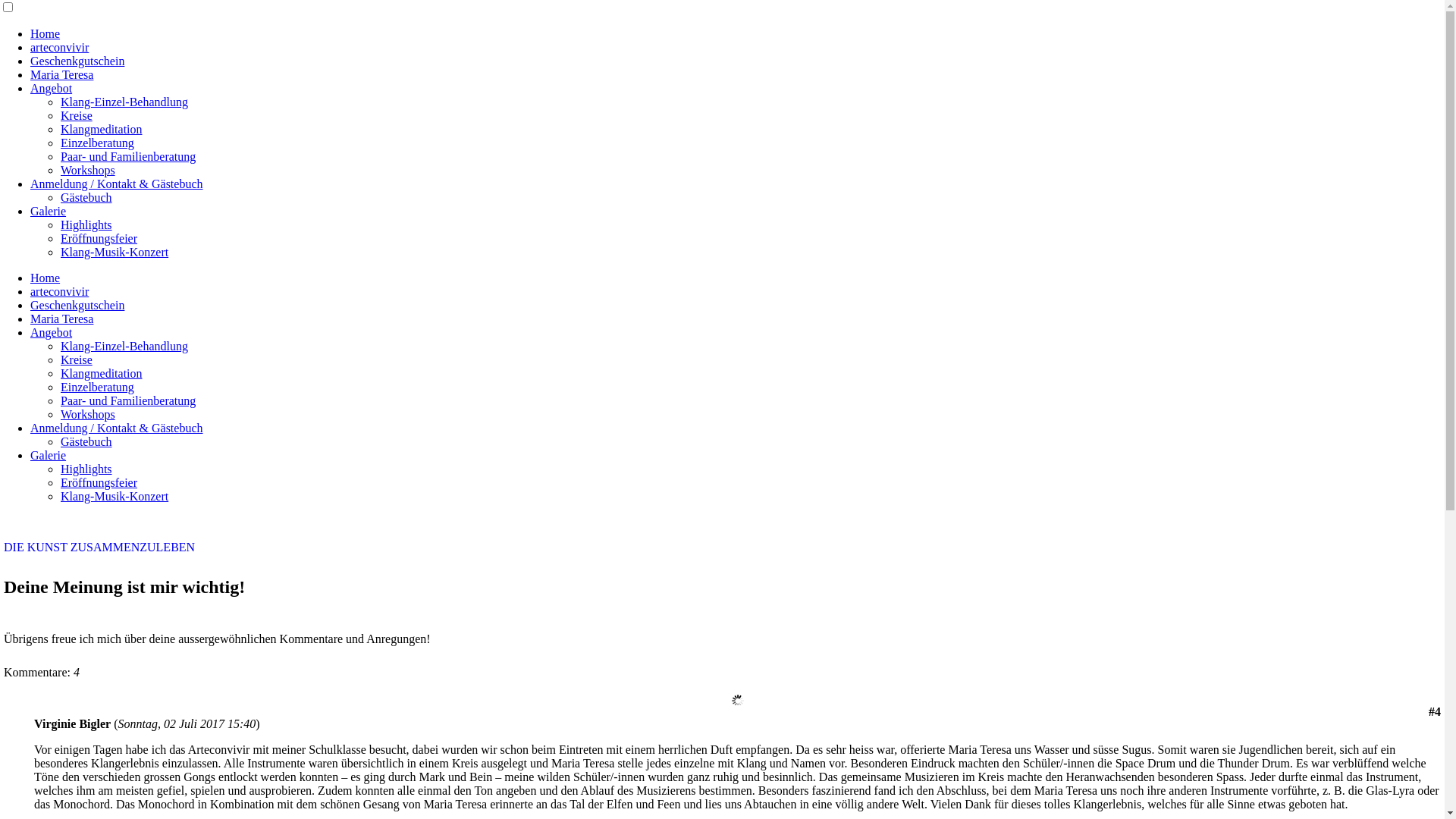 The image size is (1456, 819). I want to click on 'Kreise', so click(61, 359).